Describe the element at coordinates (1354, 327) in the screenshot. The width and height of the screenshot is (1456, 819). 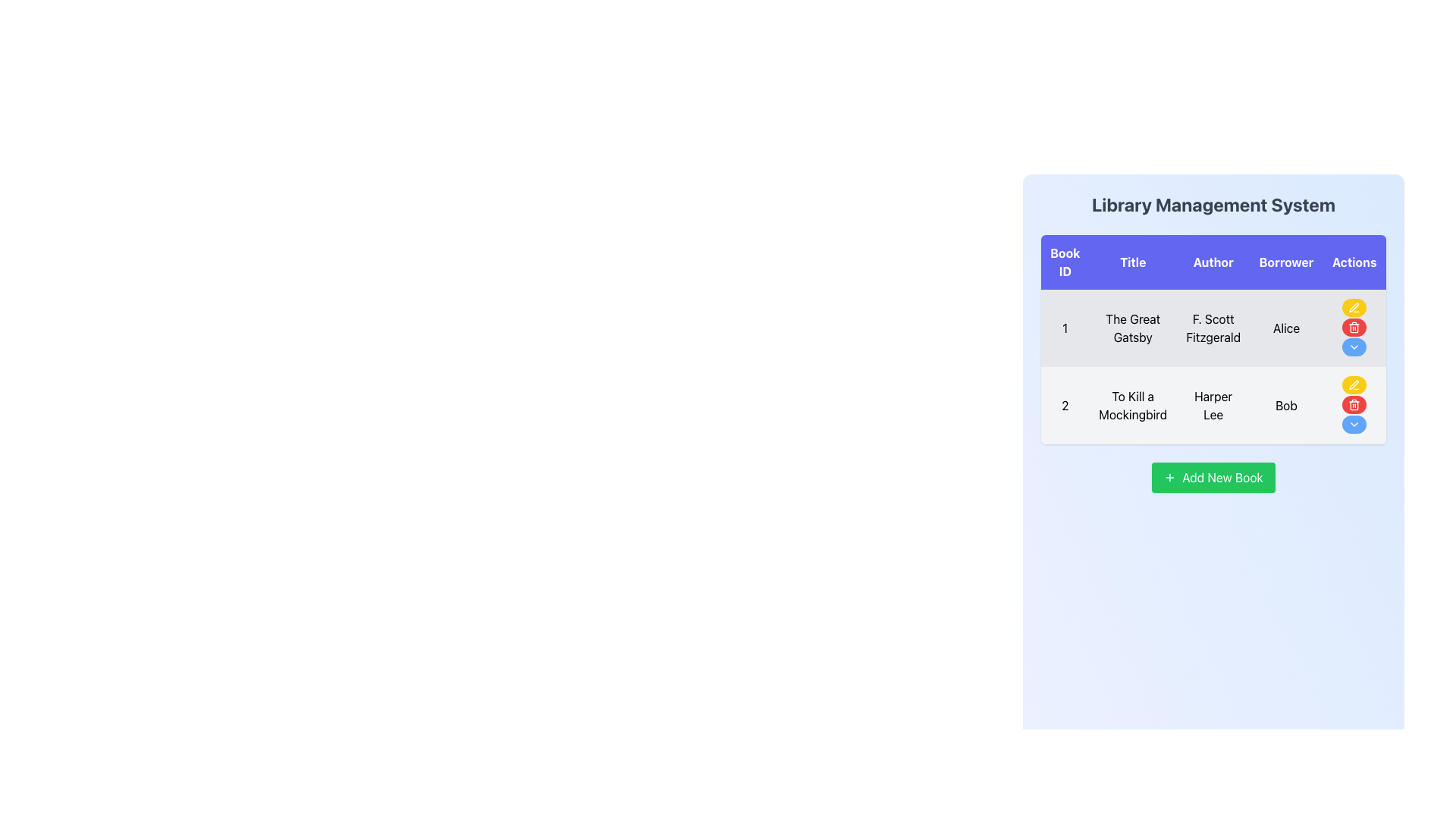
I see `the action buttons group in the 'Actions' column of the first row of the library management system table` at that location.